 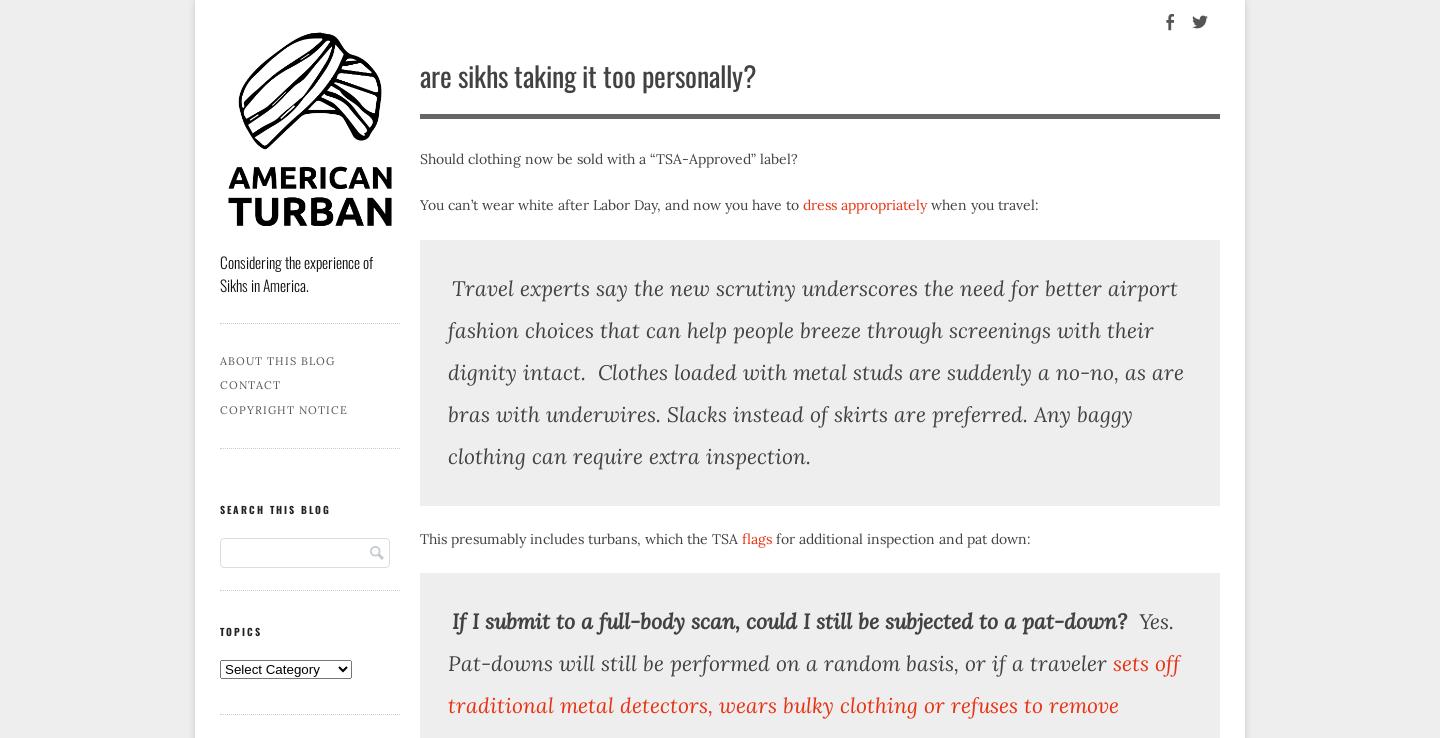 What do you see at coordinates (607, 157) in the screenshot?
I see `'Should clothing now be sold with a “TSA-Approved” label?'` at bounding box center [607, 157].